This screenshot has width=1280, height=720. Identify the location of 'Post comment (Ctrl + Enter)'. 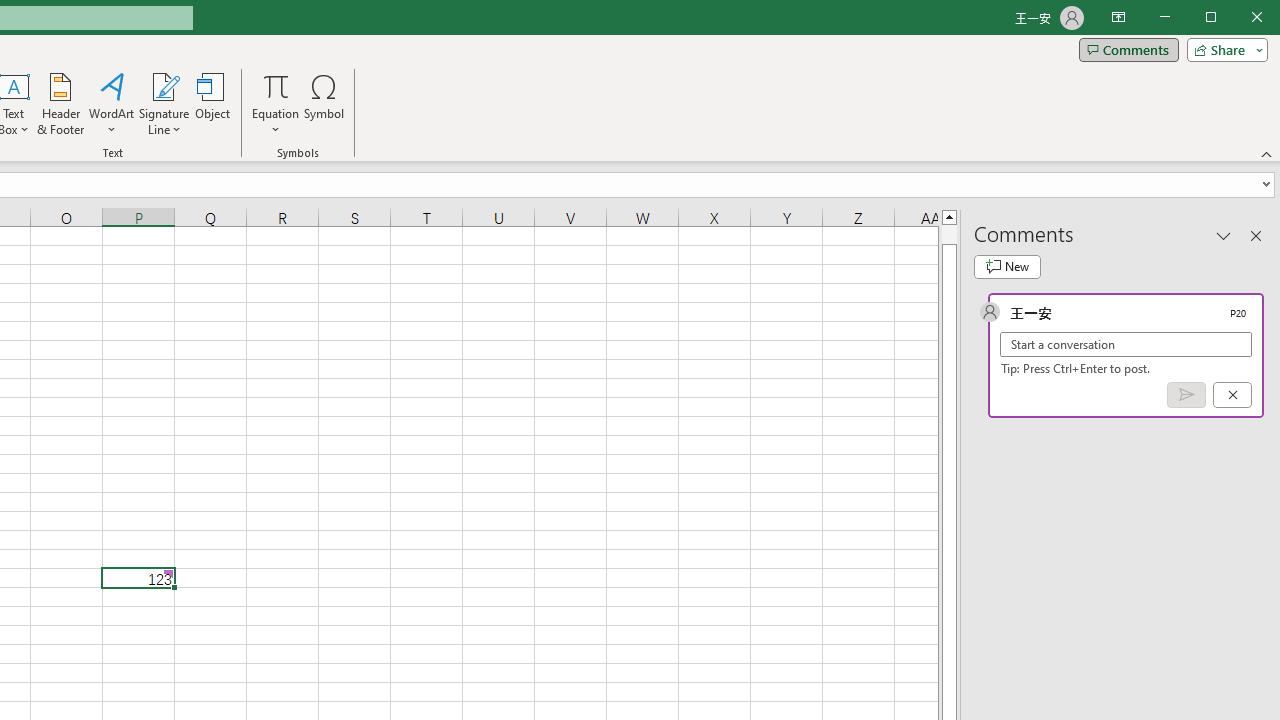
(1186, 395).